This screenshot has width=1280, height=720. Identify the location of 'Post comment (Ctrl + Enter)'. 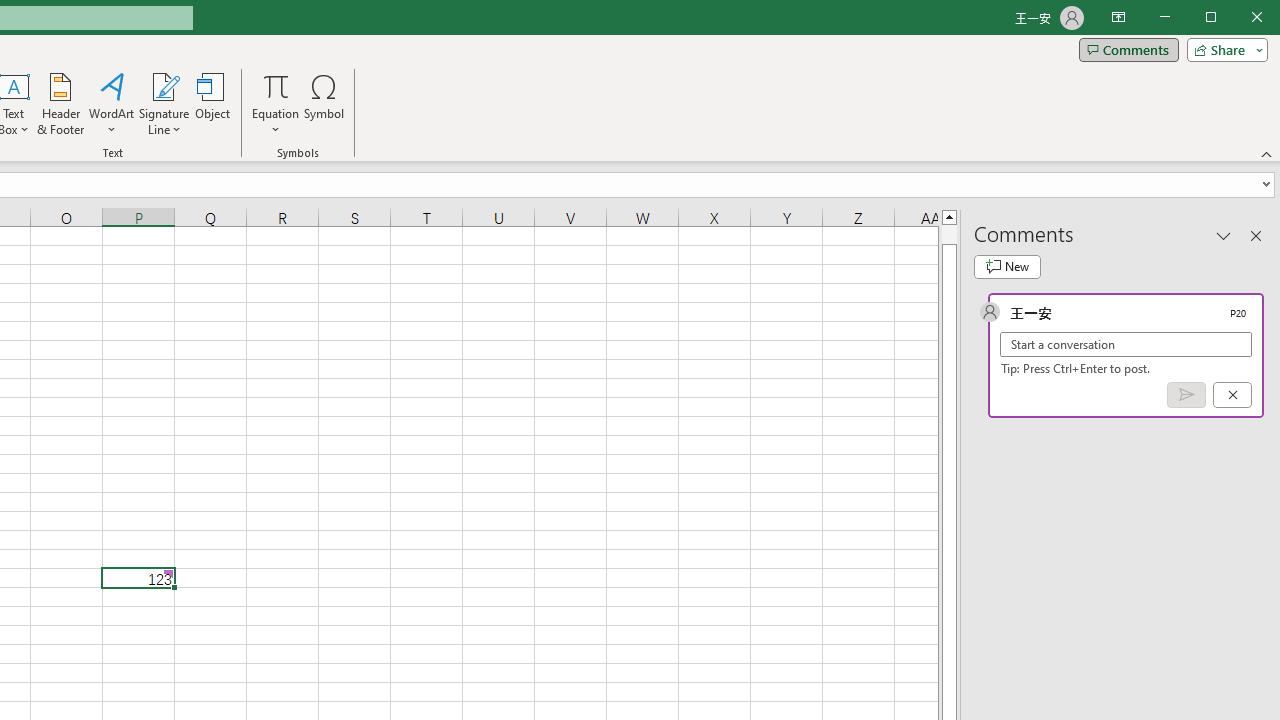
(1186, 395).